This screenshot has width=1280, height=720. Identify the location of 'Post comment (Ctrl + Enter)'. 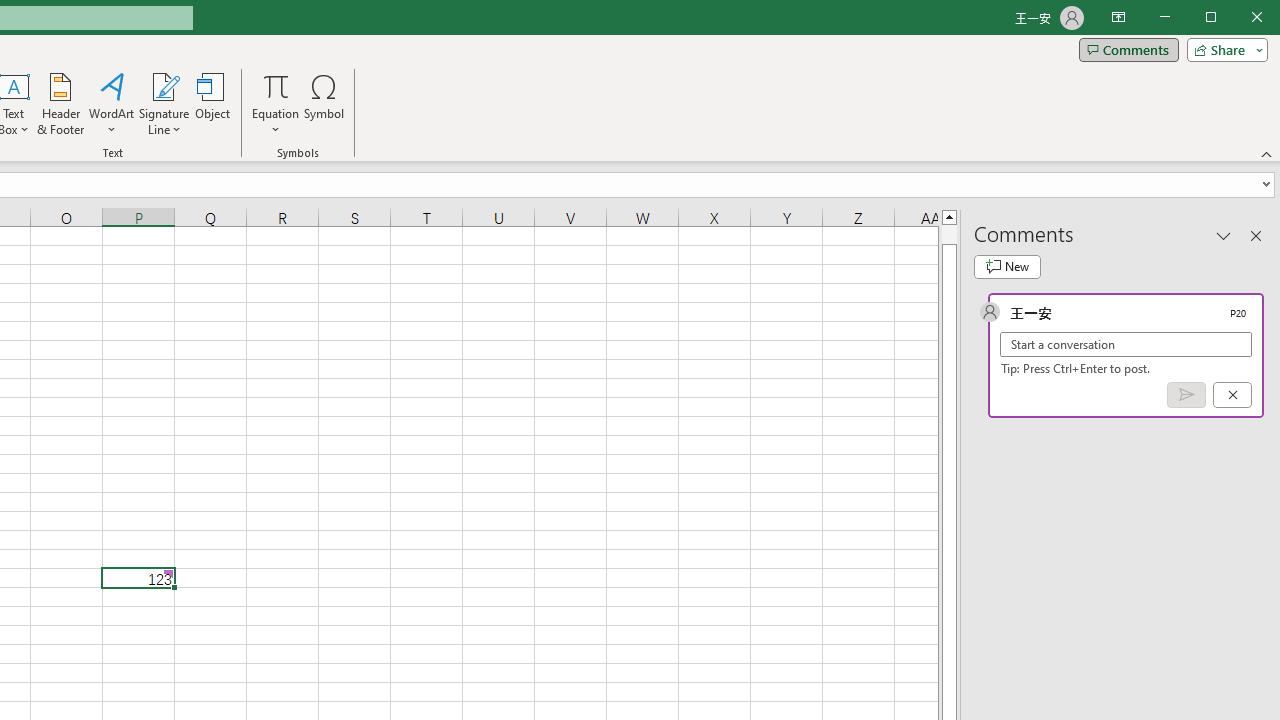
(1186, 395).